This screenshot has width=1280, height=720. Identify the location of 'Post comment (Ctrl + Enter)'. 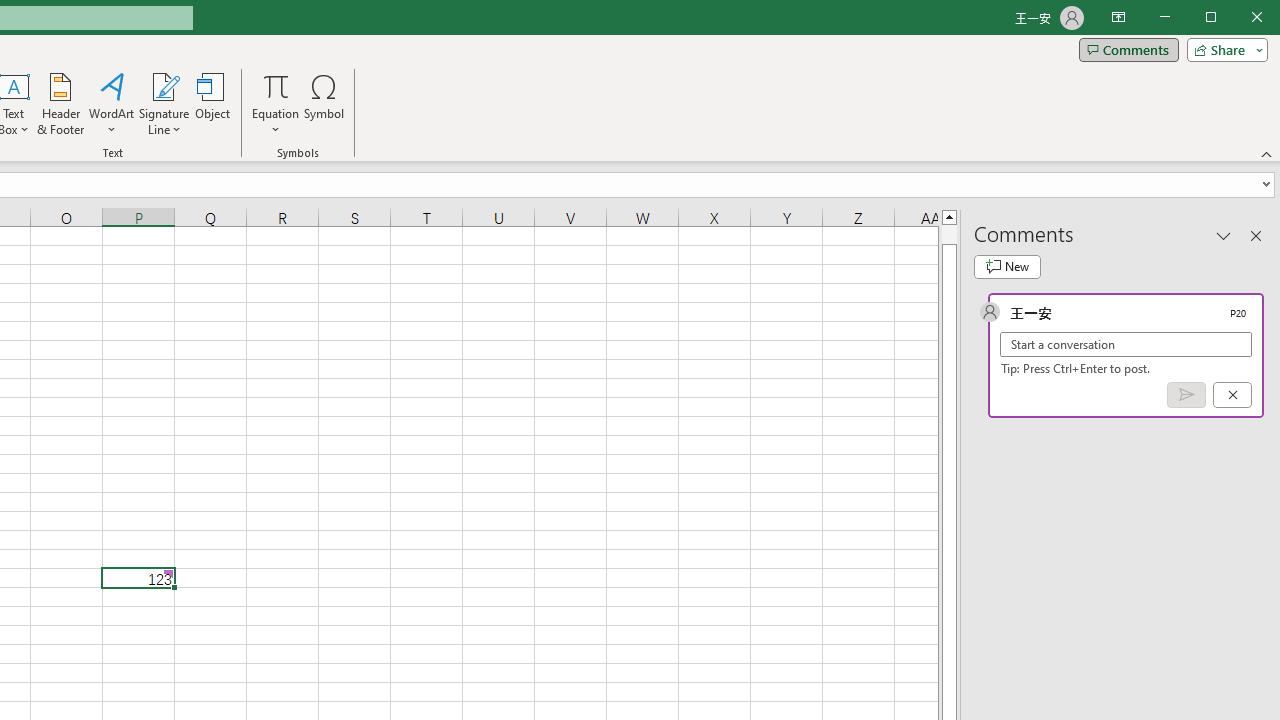
(1186, 395).